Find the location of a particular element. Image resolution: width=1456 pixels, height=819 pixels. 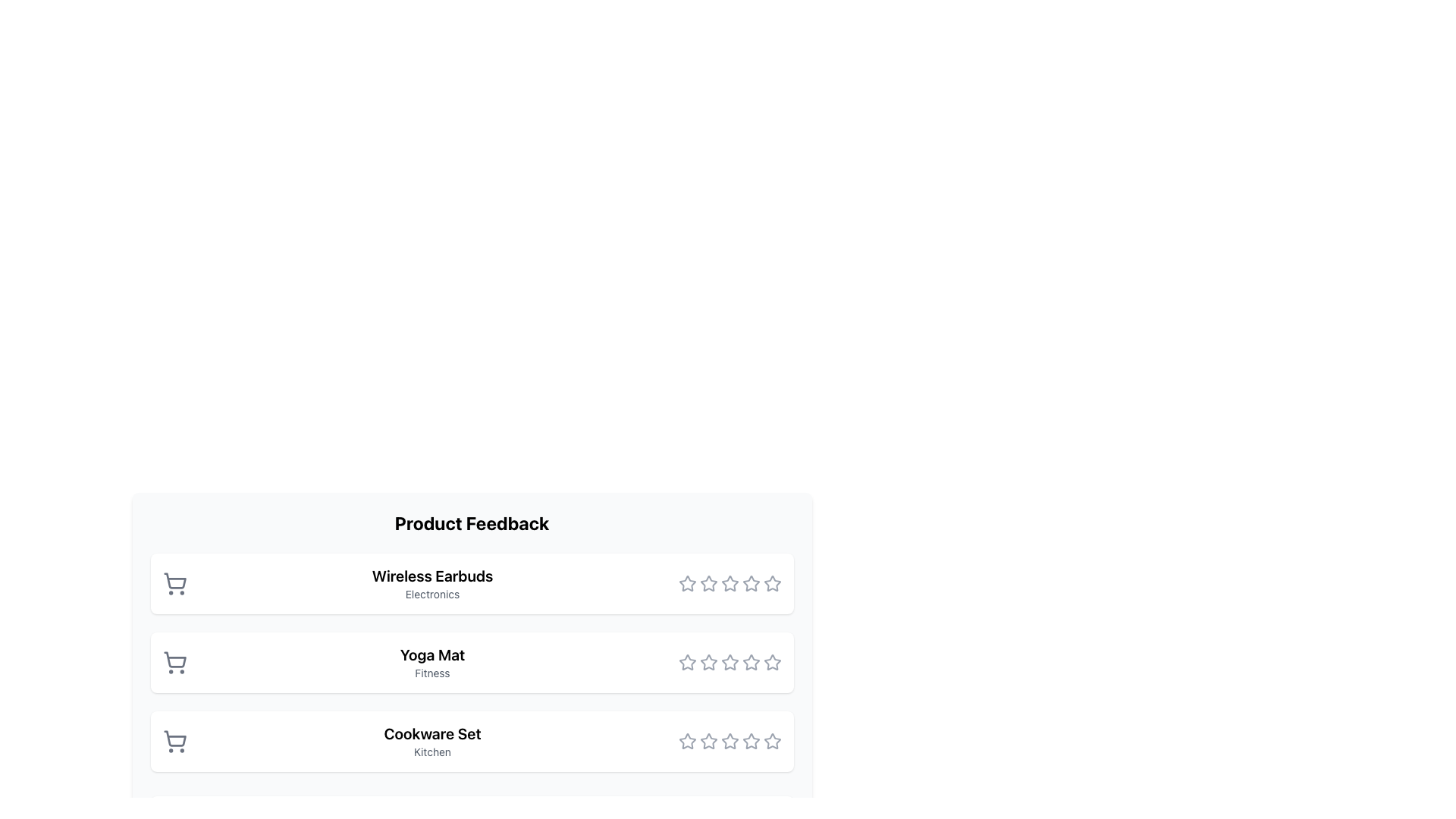

the first star icon in the rating interface for the 'Cookware Set' to trigger a tooltip or visual highlight is located at coordinates (708, 740).